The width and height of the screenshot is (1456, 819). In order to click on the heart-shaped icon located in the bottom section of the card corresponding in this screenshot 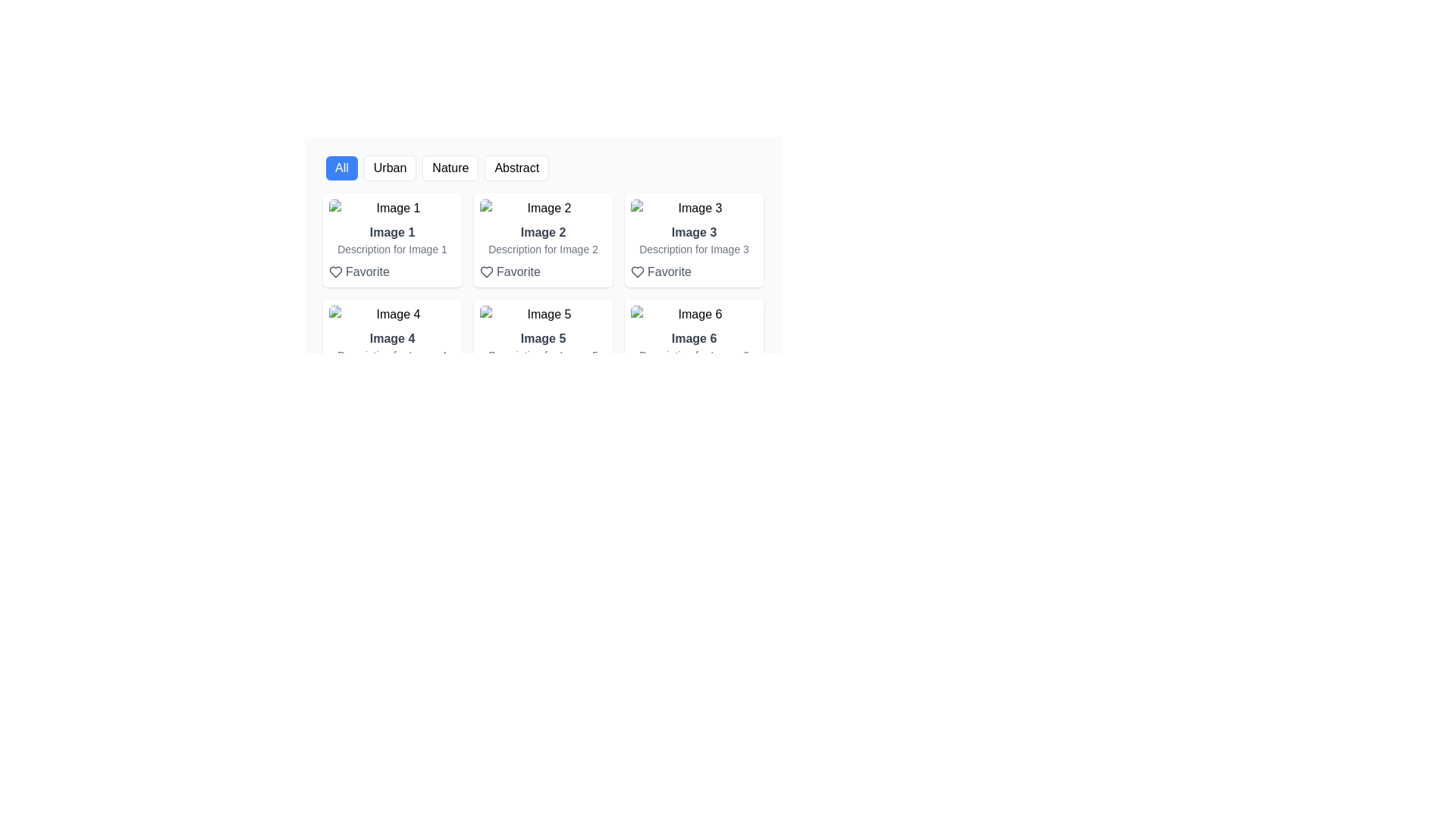, I will do `click(637, 271)`.